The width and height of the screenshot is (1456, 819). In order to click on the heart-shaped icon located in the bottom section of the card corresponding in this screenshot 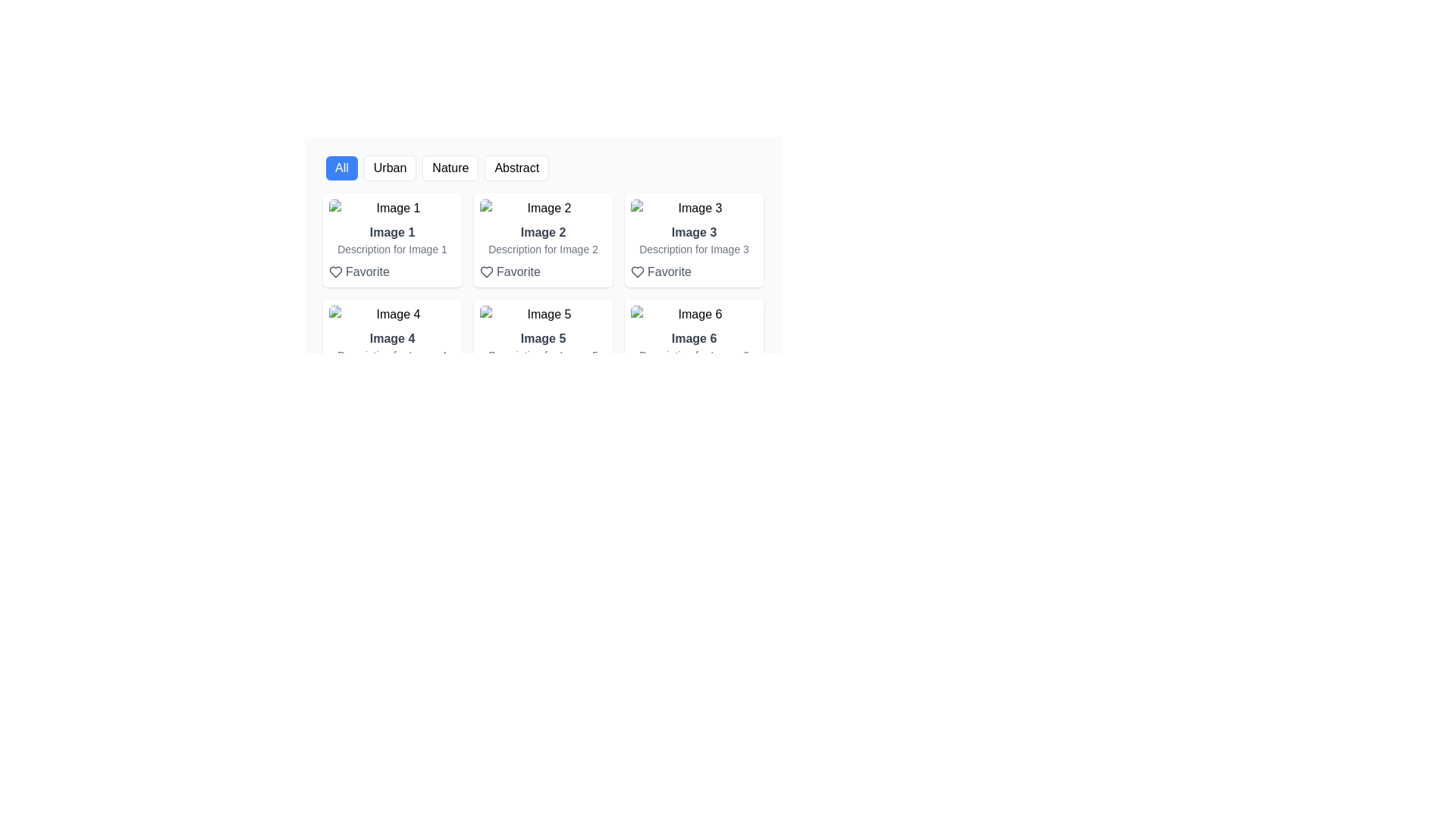, I will do `click(637, 271)`.